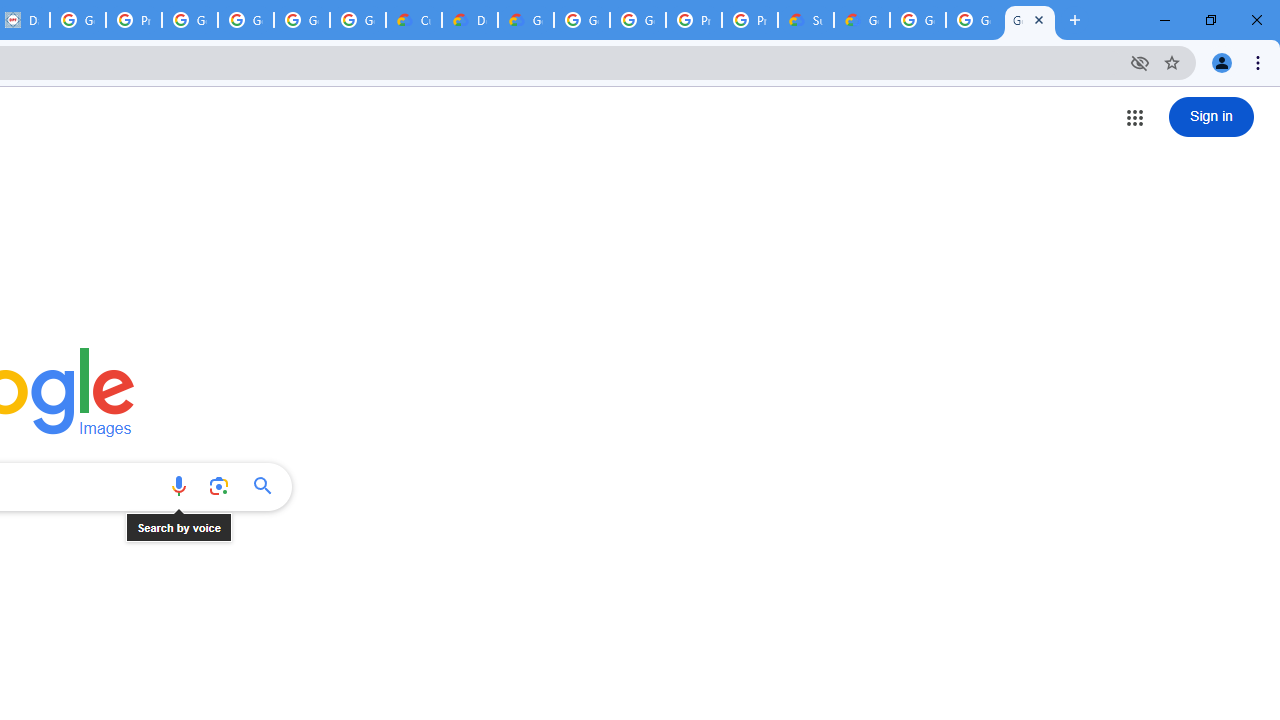 Image resolution: width=1280 pixels, height=720 pixels. What do you see at coordinates (581, 20) in the screenshot?
I see `'Google Cloud Platform'` at bounding box center [581, 20].